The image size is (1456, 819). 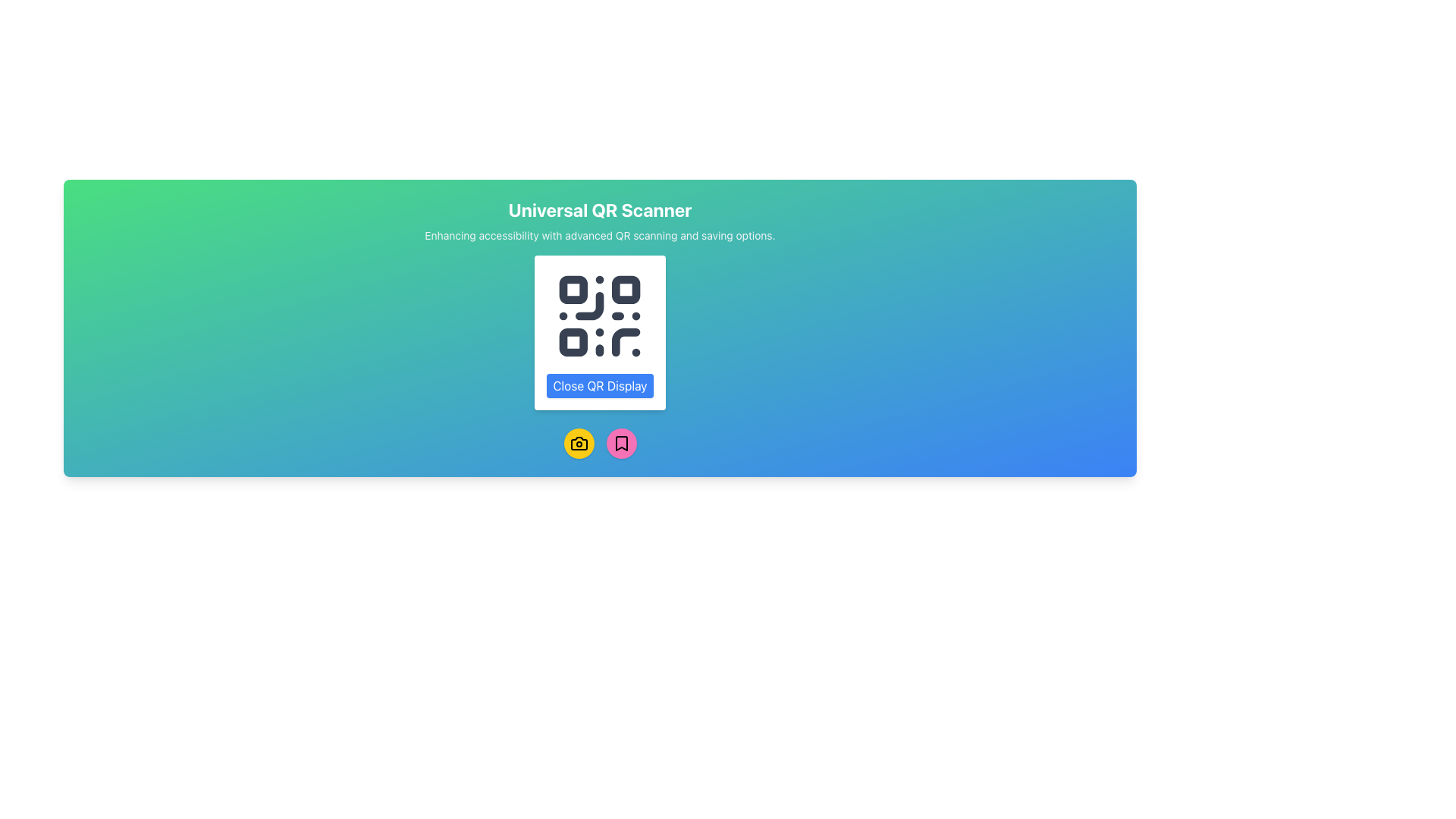 What do you see at coordinates (599, 236) in the screenshot?
I see `the static text that provides information about the Universal QR Scanner application, located below the heading in a larger, bold font` at bounding box center [599, 236].